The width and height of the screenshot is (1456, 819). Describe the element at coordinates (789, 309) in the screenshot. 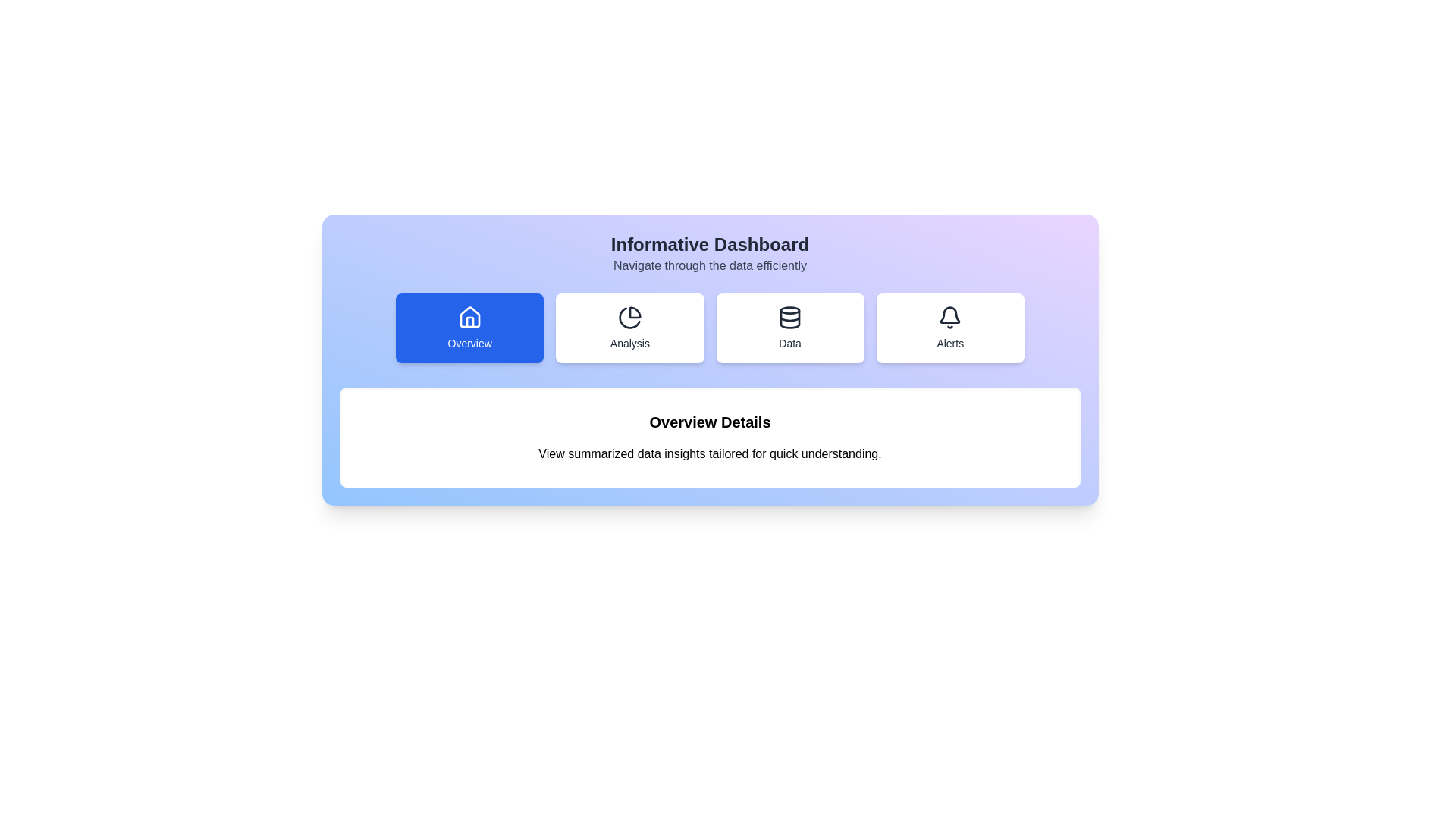

I see `the top elliptical shape of the database icon located in the 'Data' tile of the main navigation interface` at that location.